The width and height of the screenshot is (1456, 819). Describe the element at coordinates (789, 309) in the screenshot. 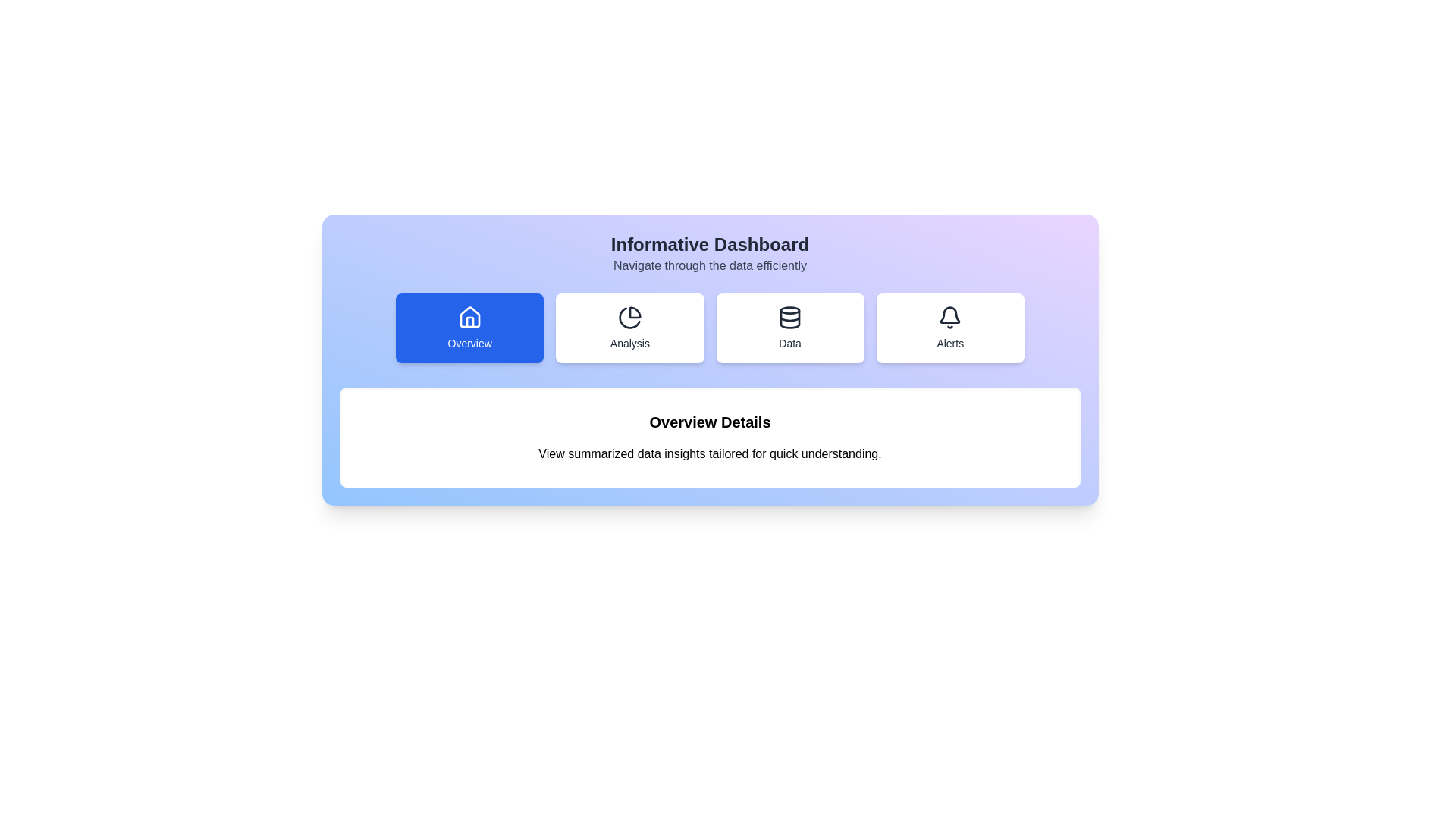

I see `the top elliptical shape of the database icon located in the 'Data' tile of the main navigation interface` at that location.